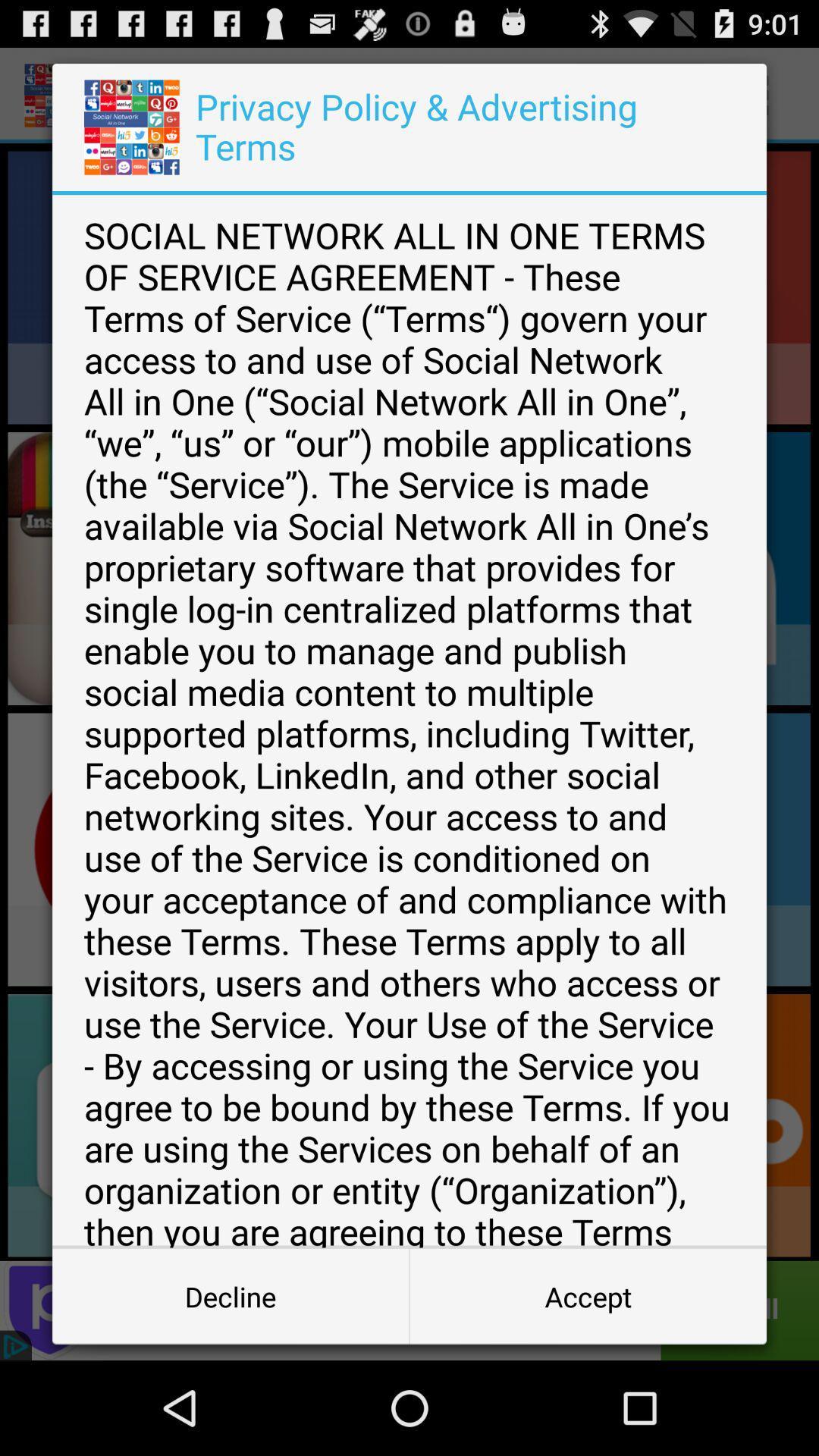 This screenshot has height=1456, width=819. I want to click on social network all, so click(409, 720).